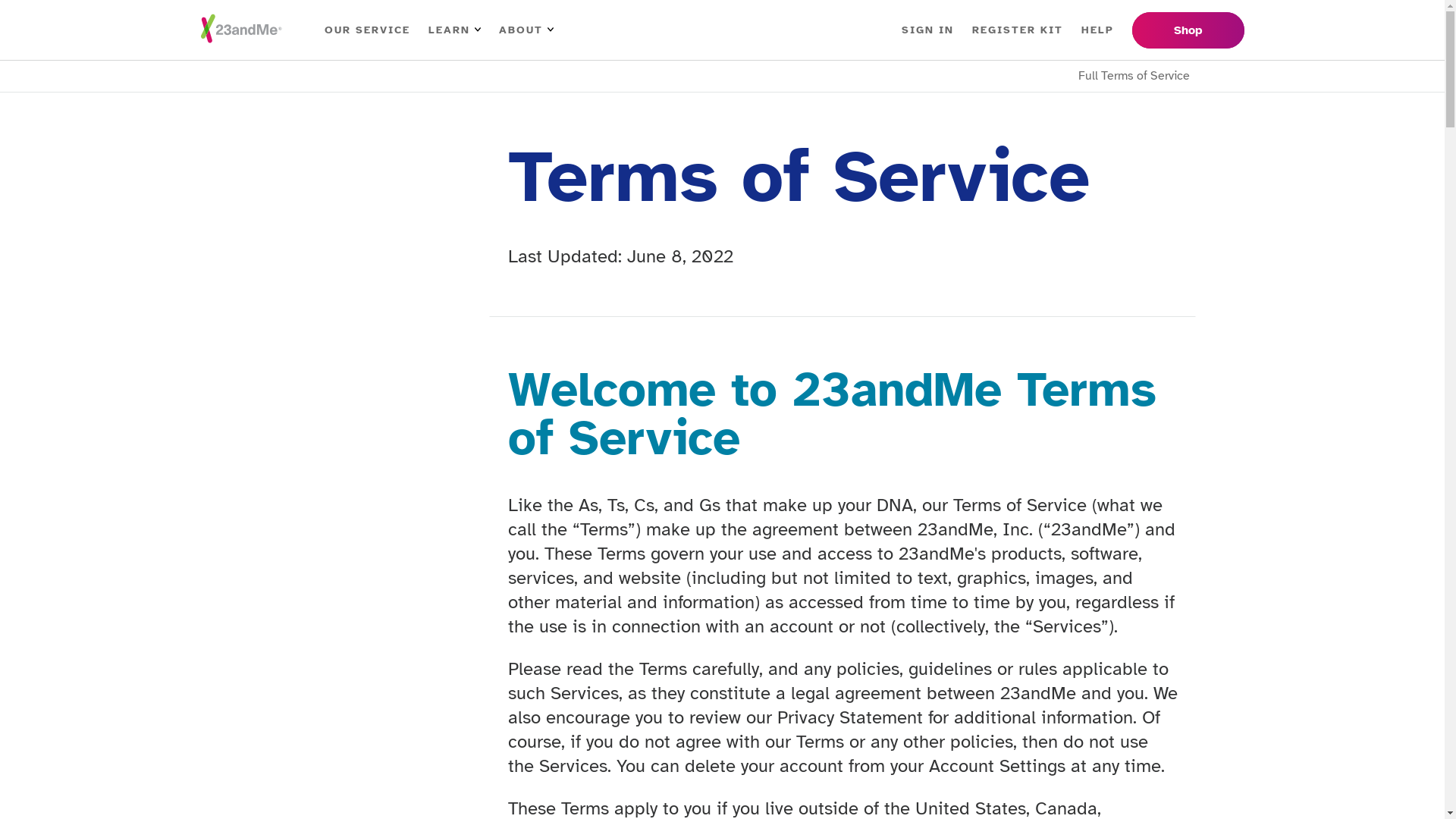  I want to click on 'OUR SERVICE', so click(323, 30).